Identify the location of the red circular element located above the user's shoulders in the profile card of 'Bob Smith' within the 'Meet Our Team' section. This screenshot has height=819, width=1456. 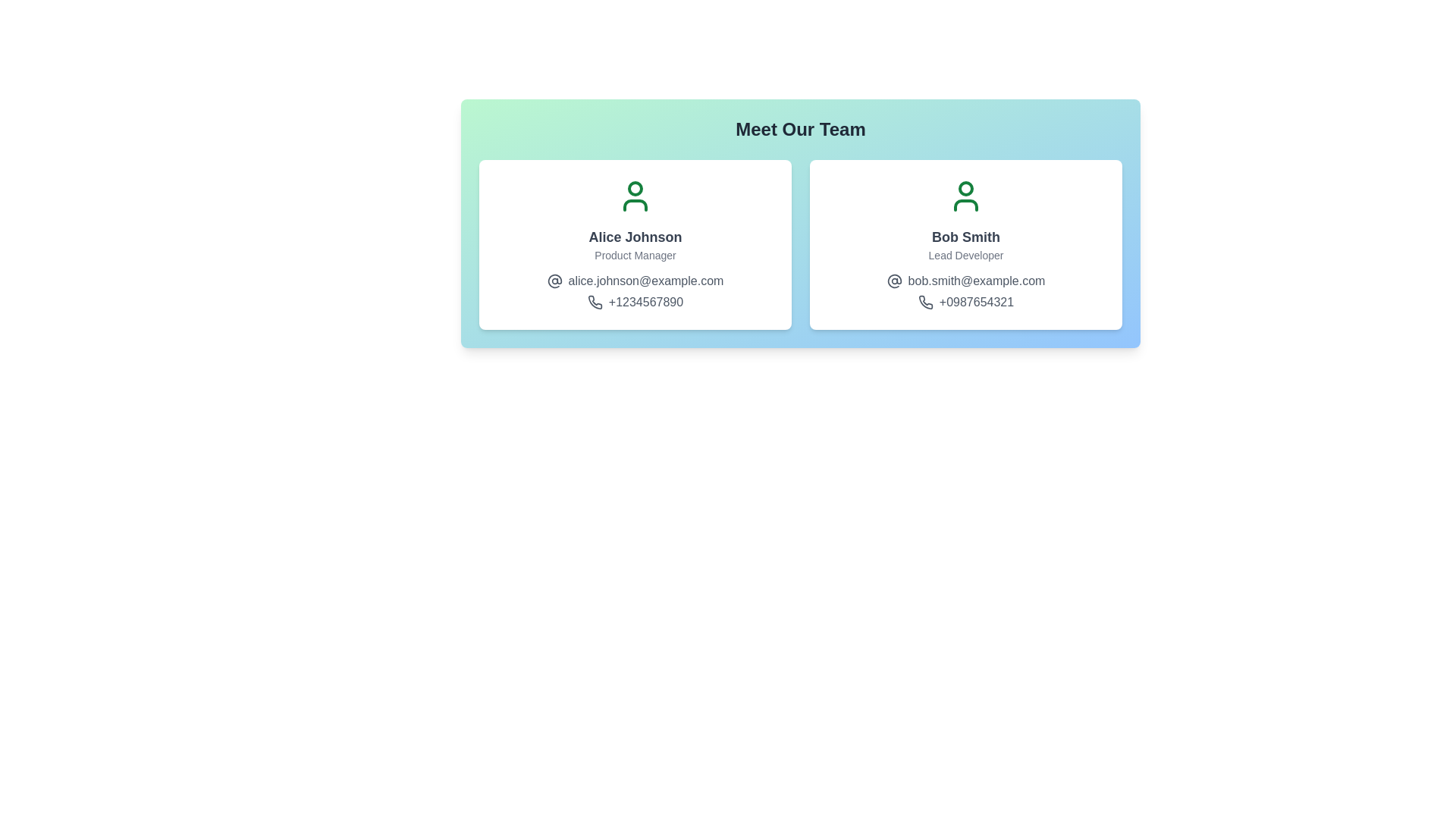
(965, 188).